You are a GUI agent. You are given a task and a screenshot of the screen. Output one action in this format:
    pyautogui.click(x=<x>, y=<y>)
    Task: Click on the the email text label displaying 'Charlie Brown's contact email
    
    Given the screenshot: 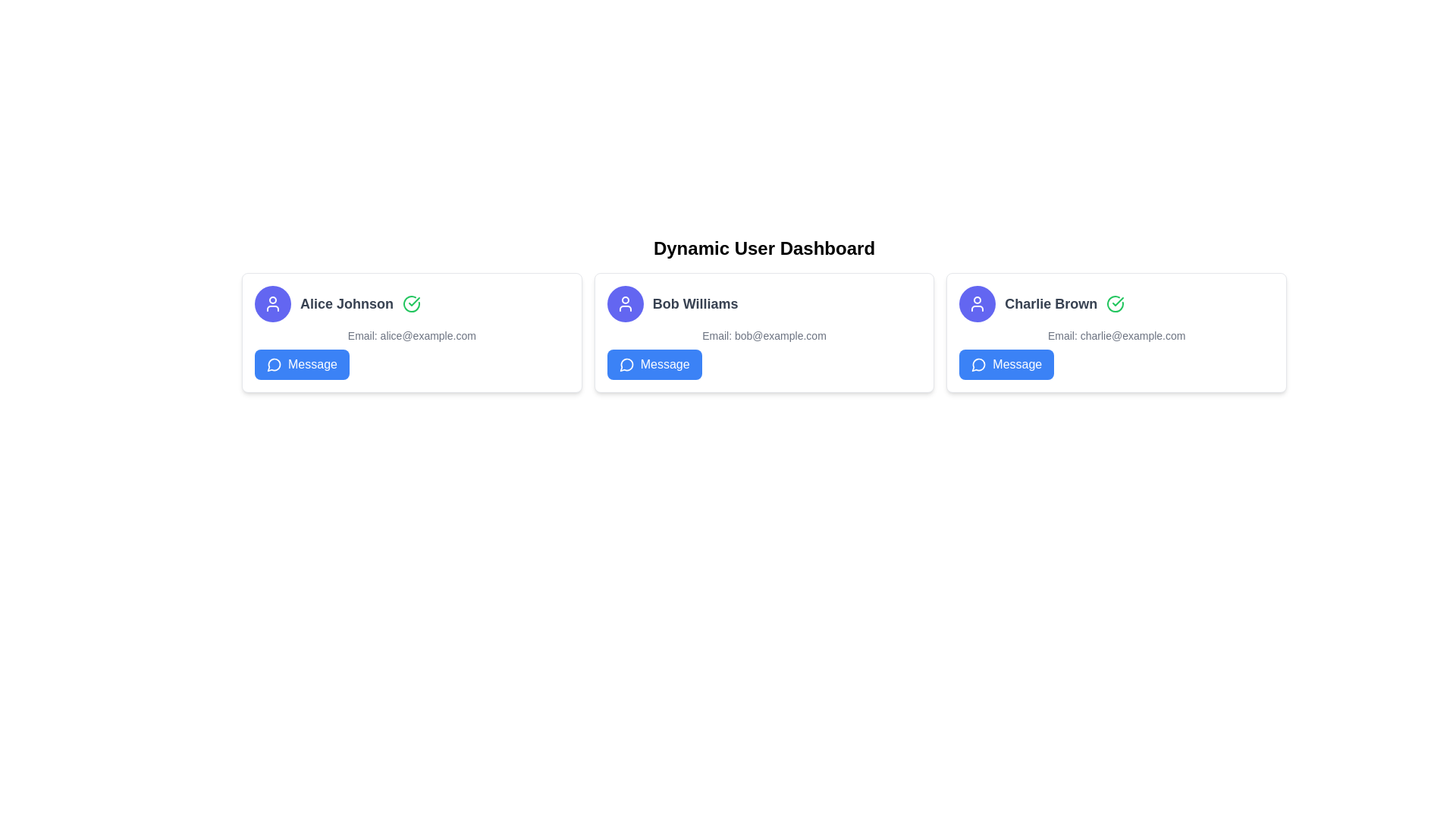 What is the action you would take?
    pyautogui.click(x=1116, y=335)
    